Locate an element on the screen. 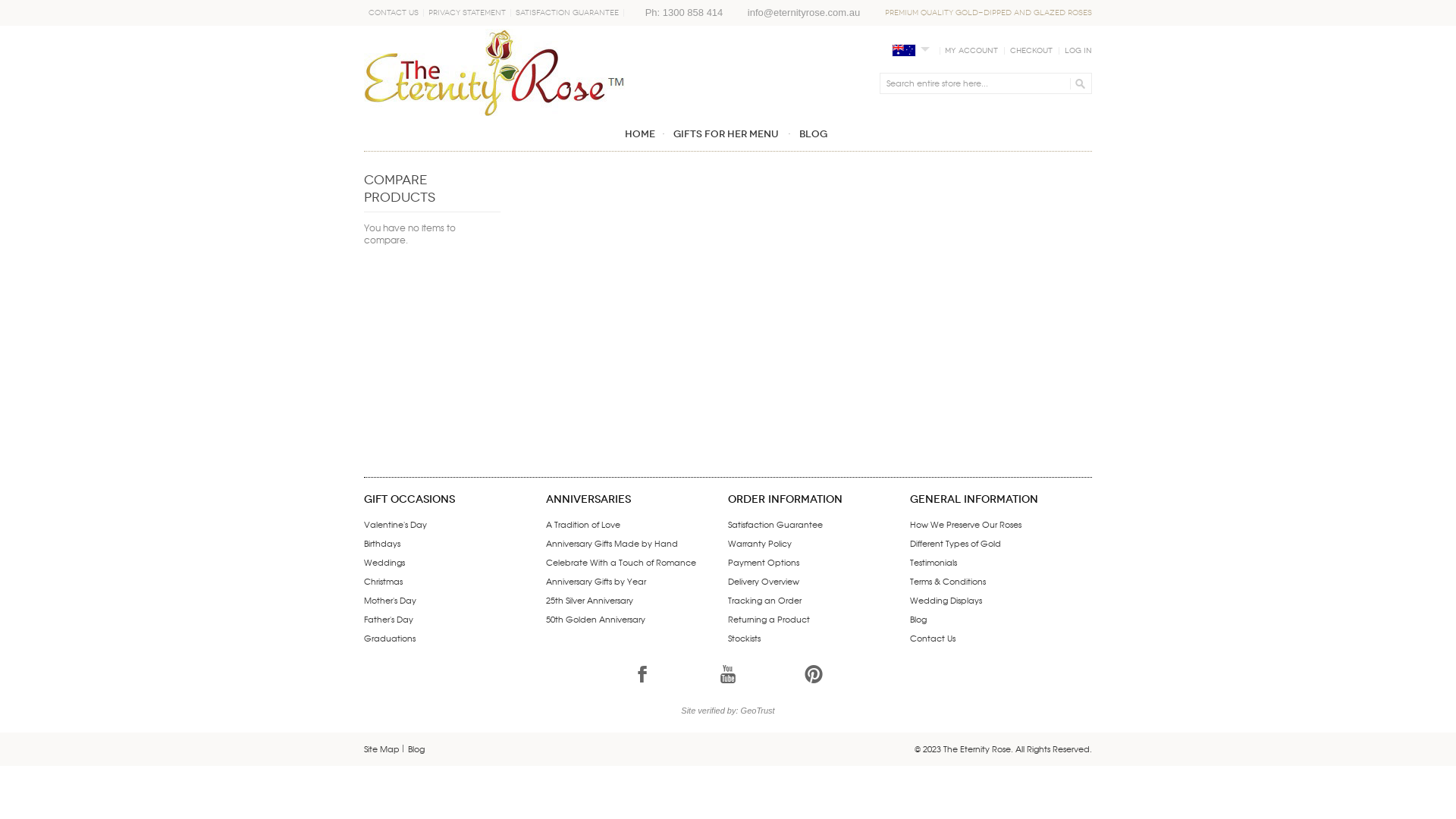 This screenshot has height=819, width=1456. 'Different Types of Gold' is located at coordinates (954, 542).